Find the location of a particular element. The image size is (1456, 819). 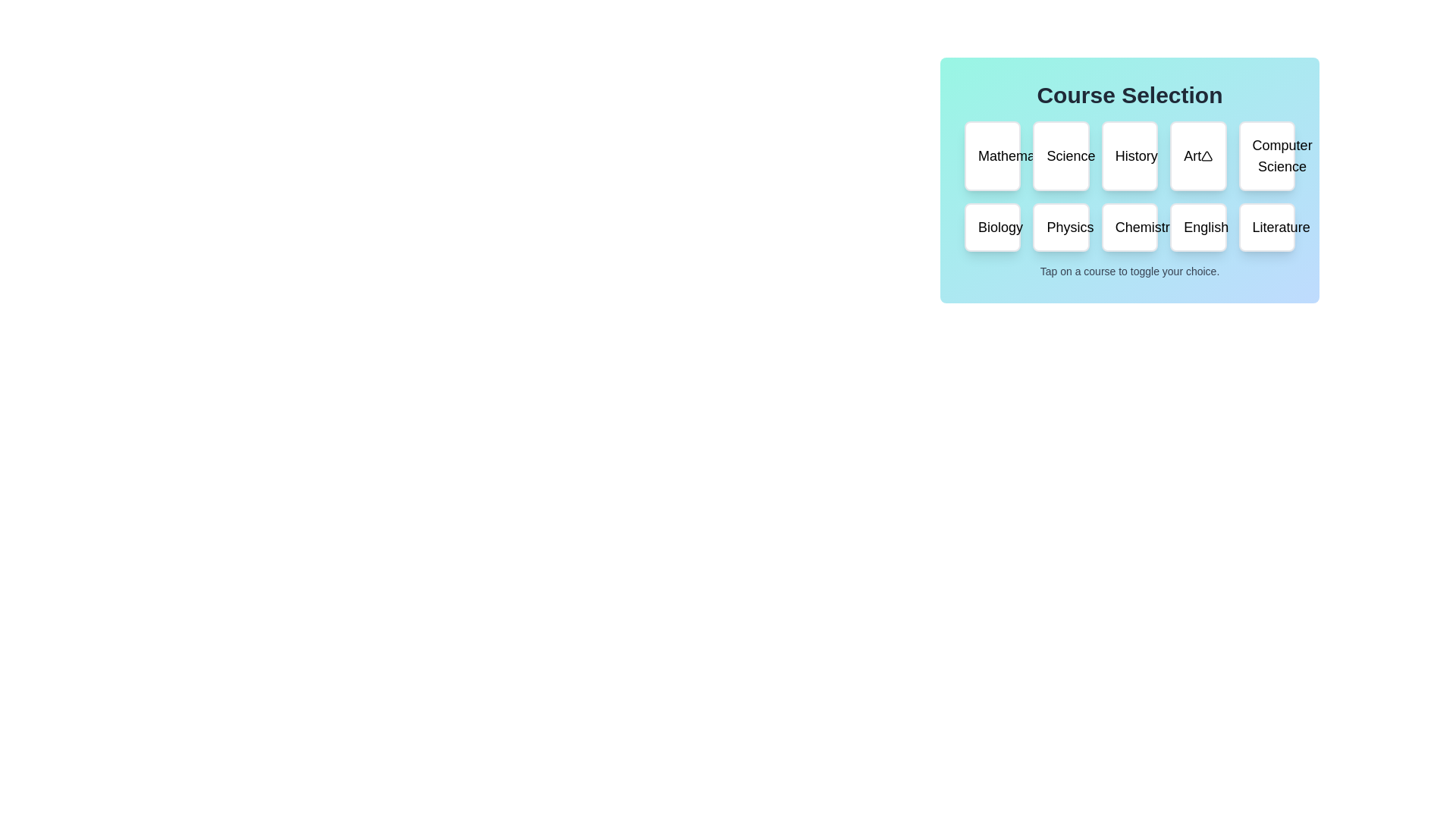

the course Science is located at coordinates (1059, 155).